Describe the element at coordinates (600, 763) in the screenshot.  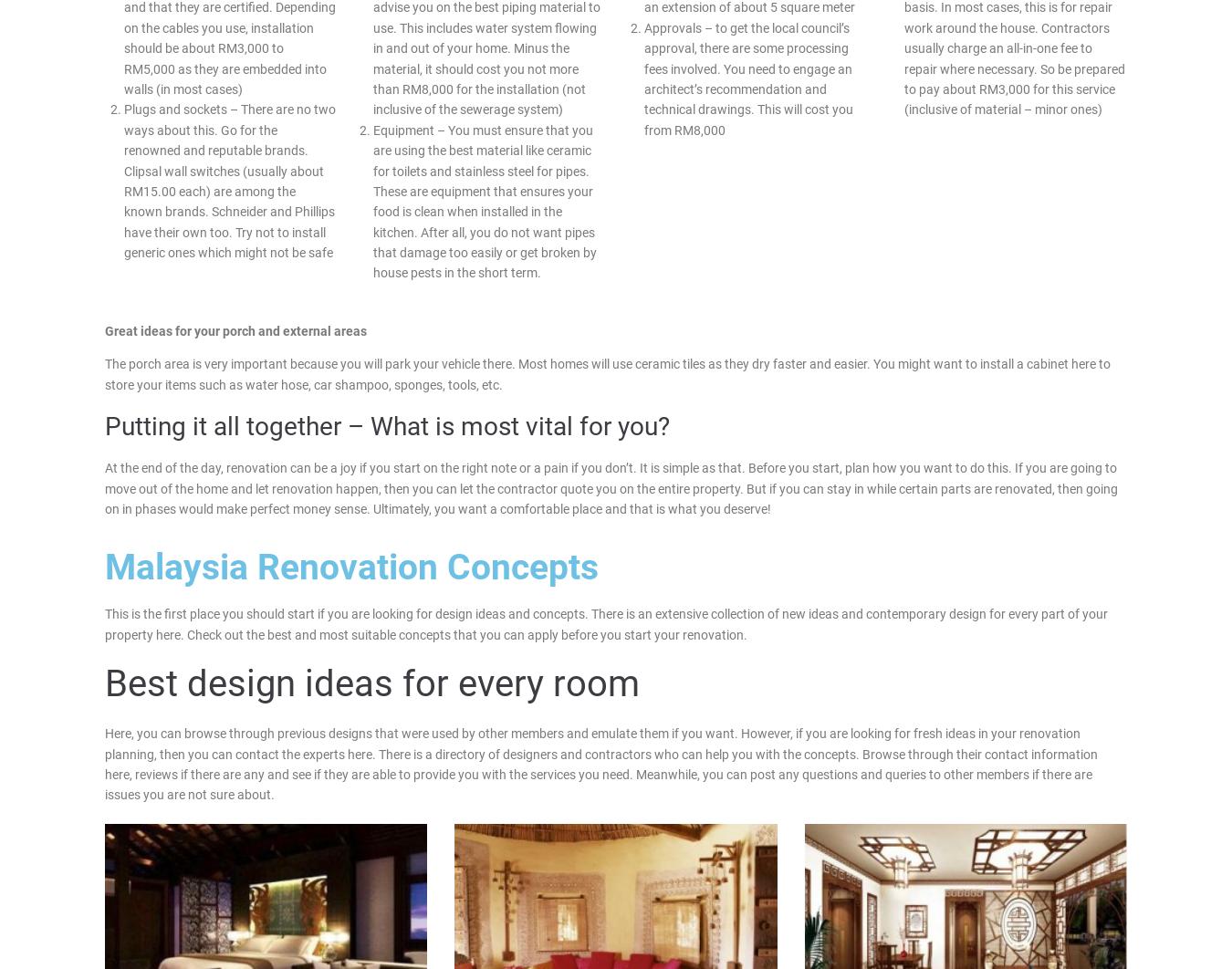
I see `'Here, you can browse through previous designs that were used by other members and emulate them if you want. However, if you are looking for fresh ideas in your renovation planning, then you can contact the experts here. 

There is a directory of designers and contractors who can help you with the concepts. Browse through their contact information here, reviews if there are any and see if they are able to provide you with the services you need. Meanwhile, you can post any questions and queries to other members if there are issues you are not sure about.'` at that location.